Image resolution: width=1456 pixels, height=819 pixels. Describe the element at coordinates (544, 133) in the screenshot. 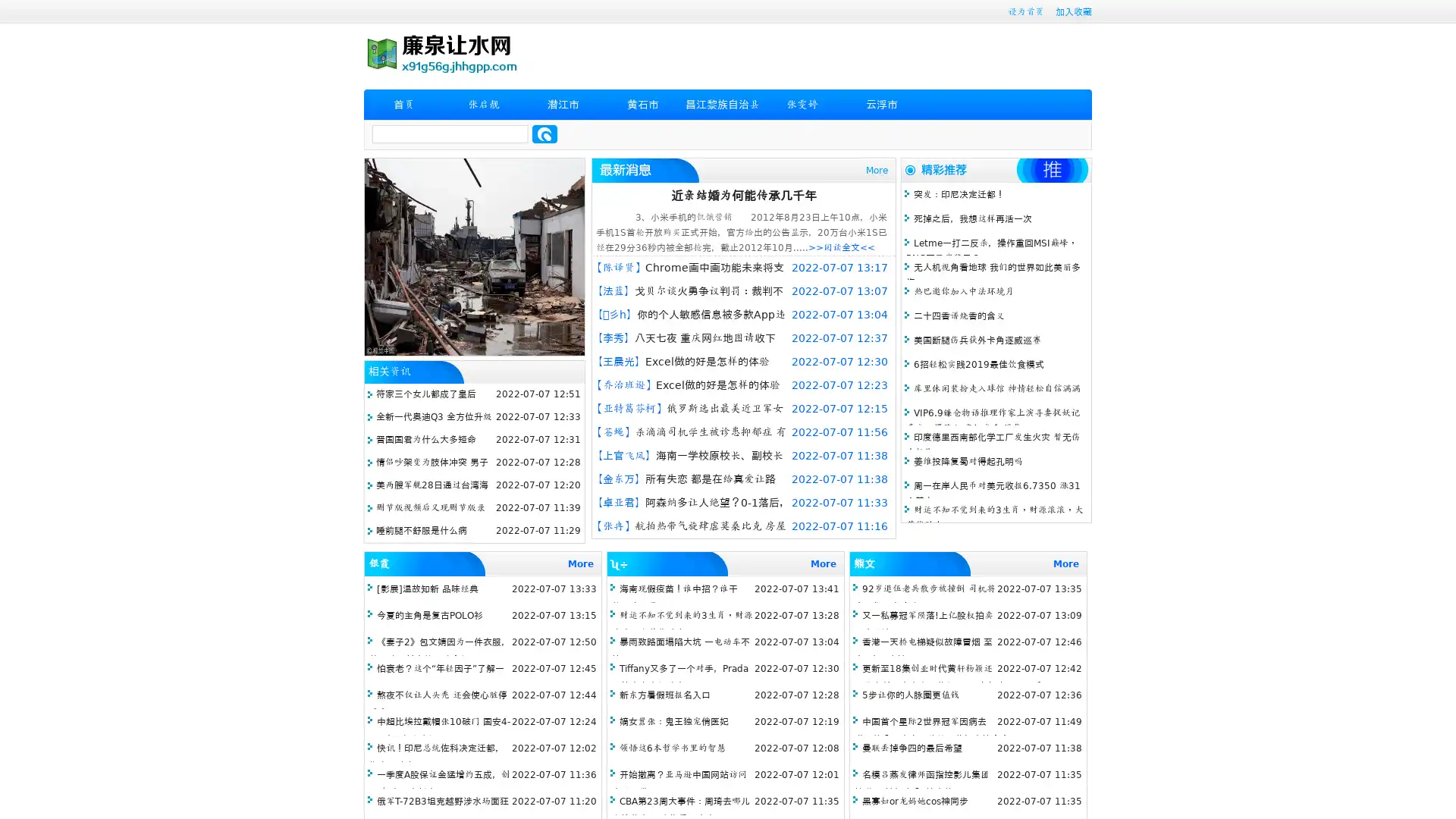

I see `Search` at that location.